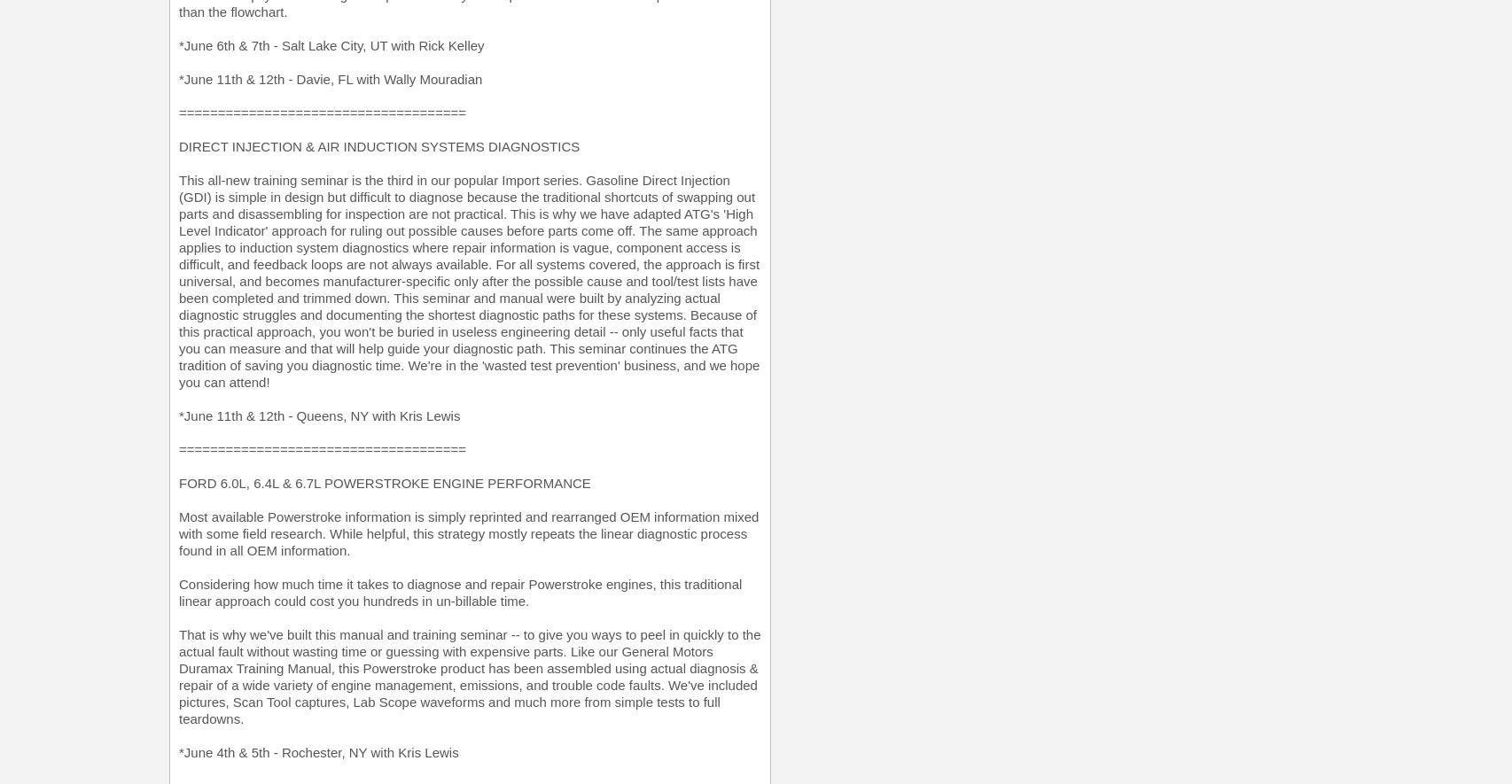 The width and height of the screenshot is (1512, 784). I want to click on 'Considering how much time it takes to diagnose and repair
Powerstroke engines, this traditional linear approach could
cost you hundreds in un-billable time.', so click(459, 592).